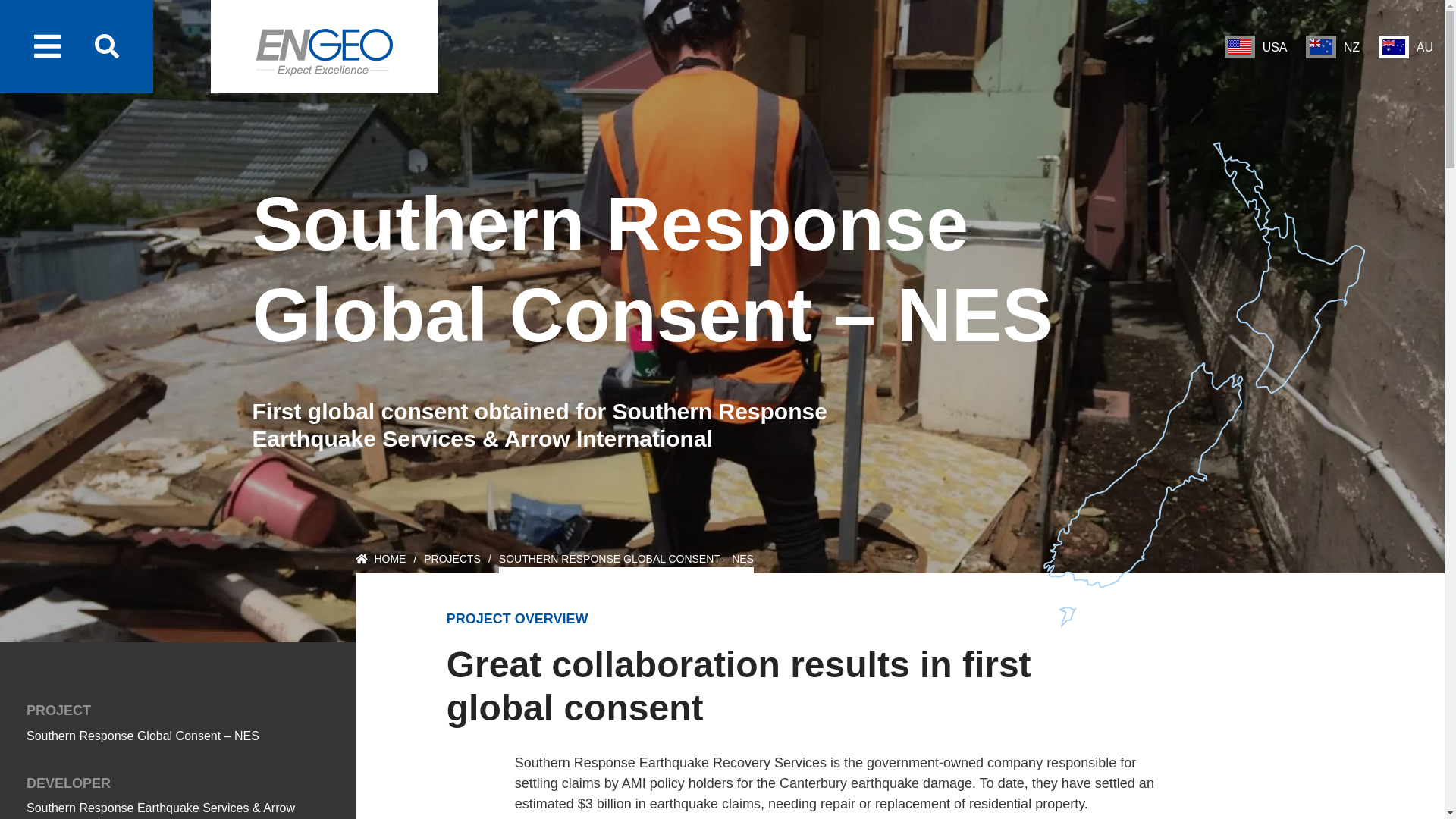 This screenshot has width=1456, height=819. Describe the element at coordinates (451, 562) in the screenshot. I see `'PROJECTS'` at that location.